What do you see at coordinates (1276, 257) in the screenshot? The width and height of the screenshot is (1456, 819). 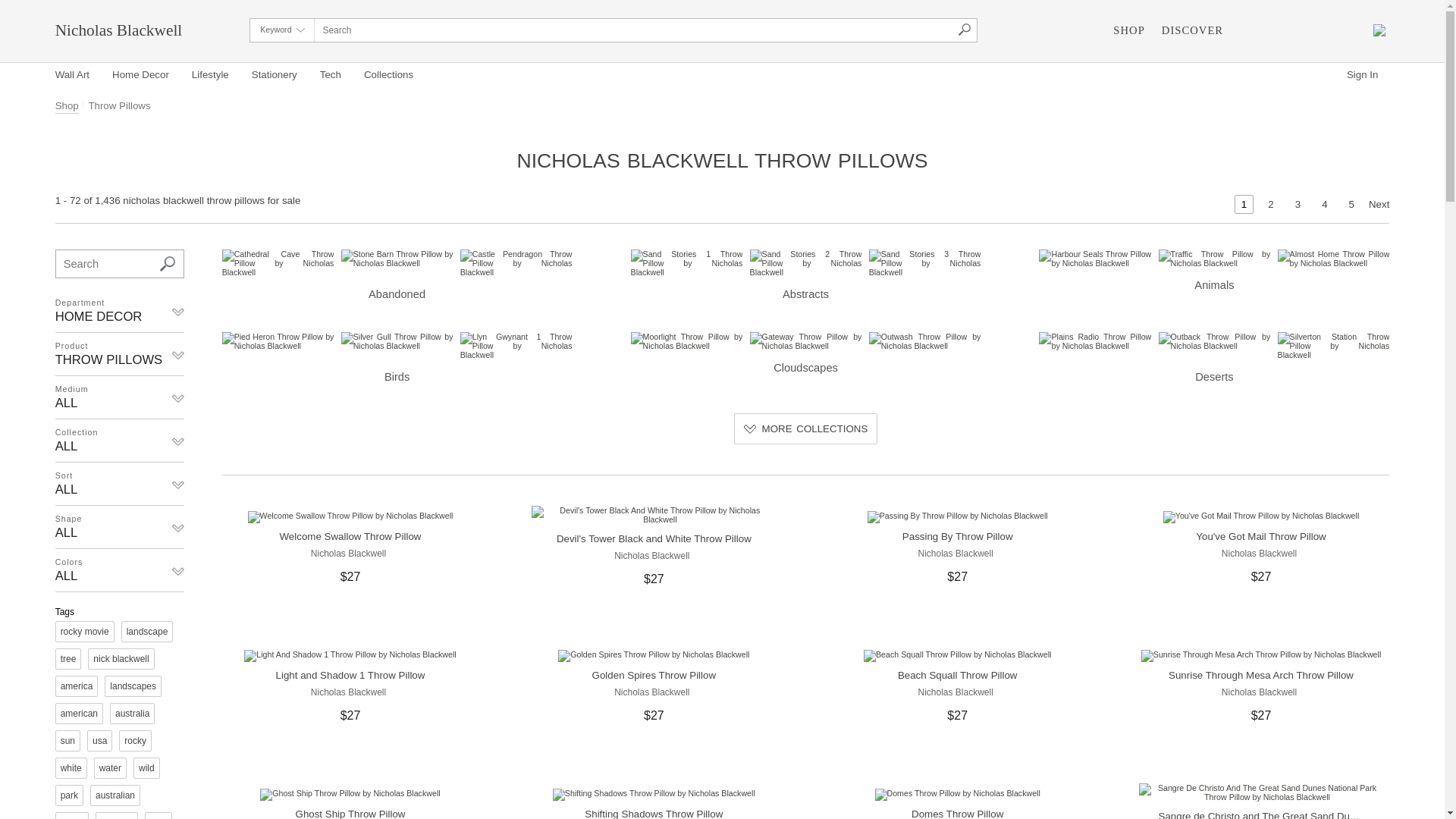 I see `'Almost Home Throw Pillow by Nicholas Blackwell'` at bounding box center [1276, 257].